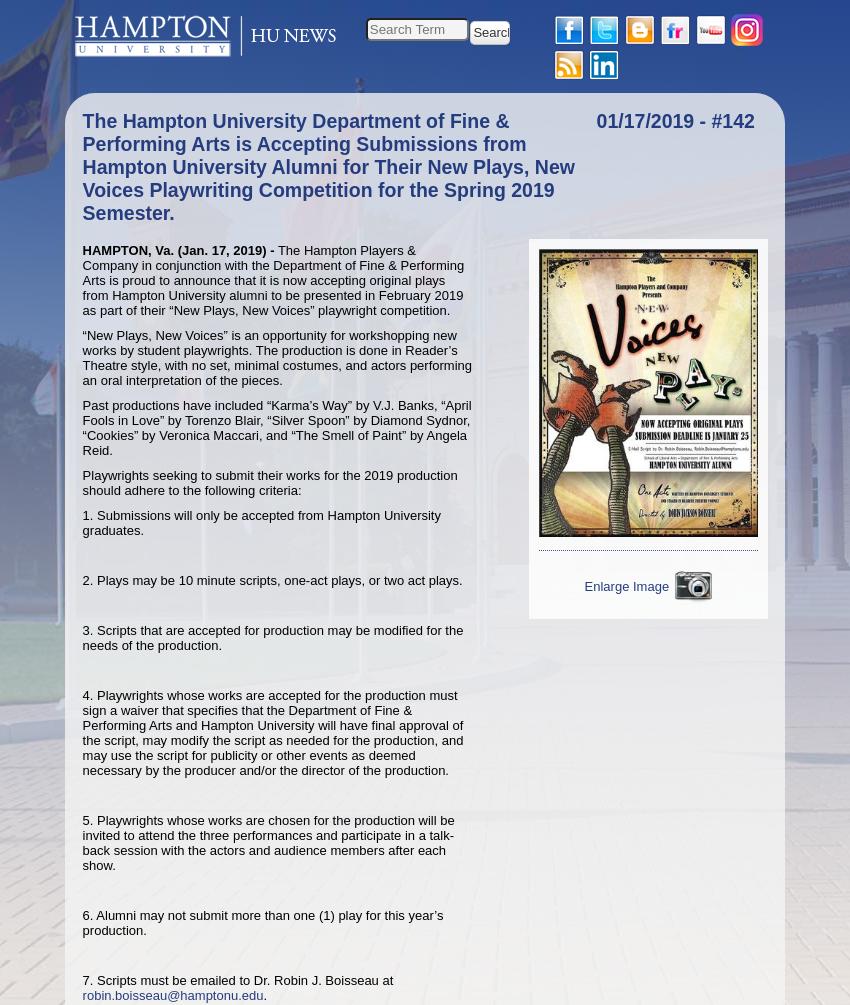  Describe the element at coordinates (276, 356) in the screenshot. I see `'“New Plays, New Voices” is an opportunity for workshopping new works by student playwrights. The production is done in Reader’s Theatre style, with no set, minimal costumes, and actors performing an oral interpretation of the pieces.'` at that location.